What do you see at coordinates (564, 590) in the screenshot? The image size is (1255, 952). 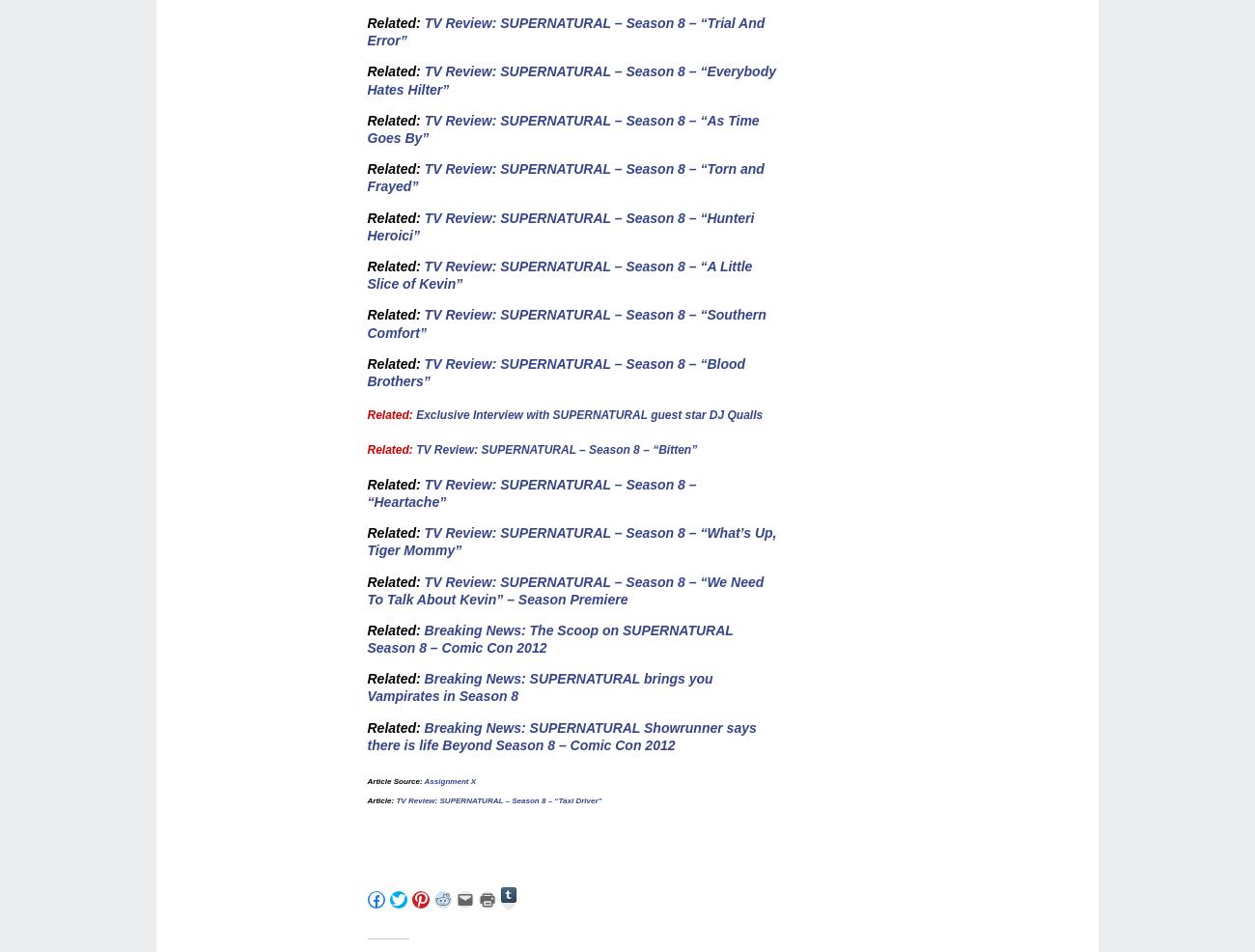 I see `'TV Review: SUPERNATURAL – Season 8 – “We Need To Talk About Kevin” – Season Premiere'` at bounding box center [564, 590].